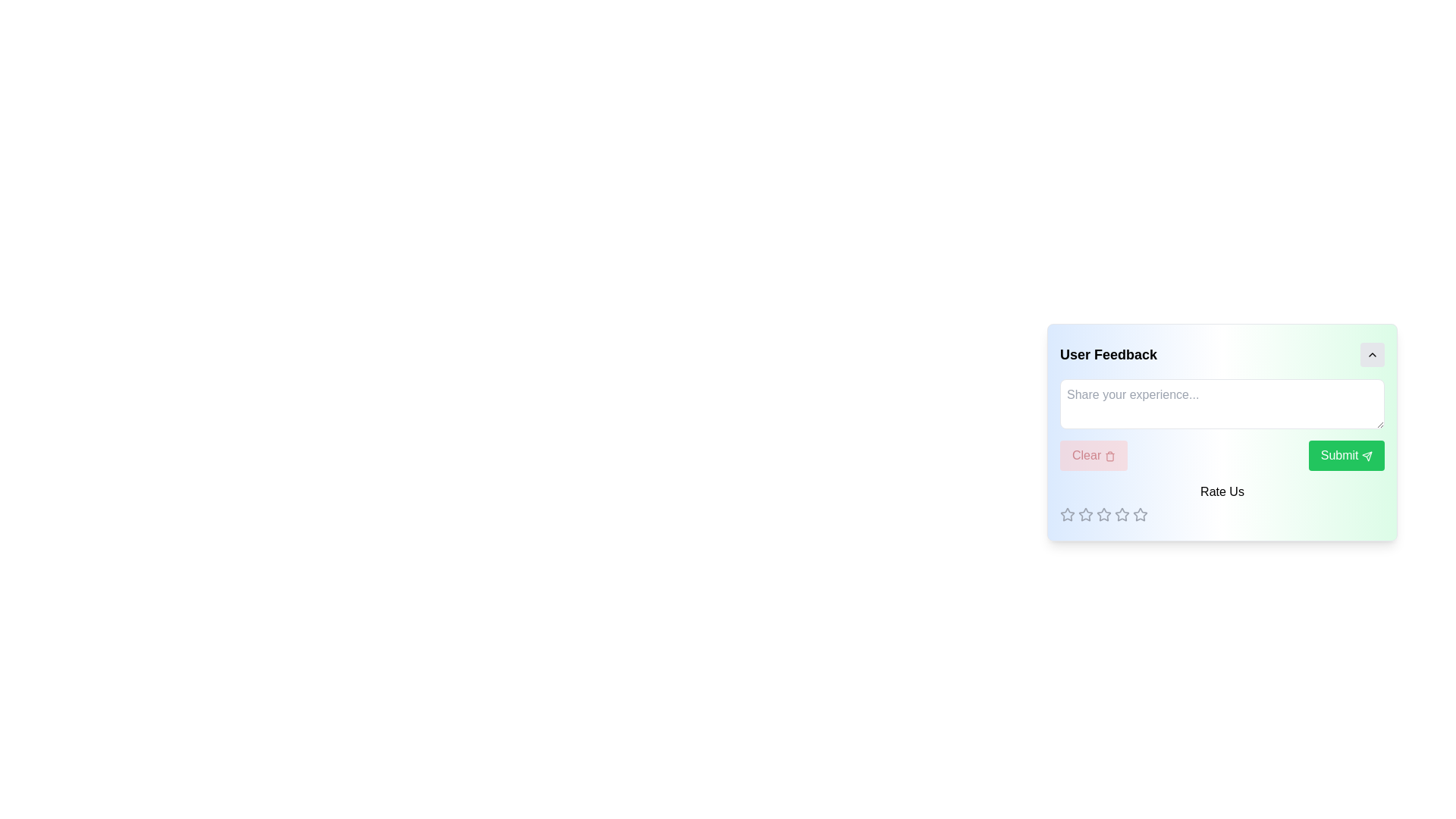 The width and height of the screenshot is (1456, 819). What do you see at coordinates (1084, 513) in the screenshot?
I see `the second star icon in the sequence of five star icons located near the bottom section of the feedback form` at bounding box center [1084, 513].